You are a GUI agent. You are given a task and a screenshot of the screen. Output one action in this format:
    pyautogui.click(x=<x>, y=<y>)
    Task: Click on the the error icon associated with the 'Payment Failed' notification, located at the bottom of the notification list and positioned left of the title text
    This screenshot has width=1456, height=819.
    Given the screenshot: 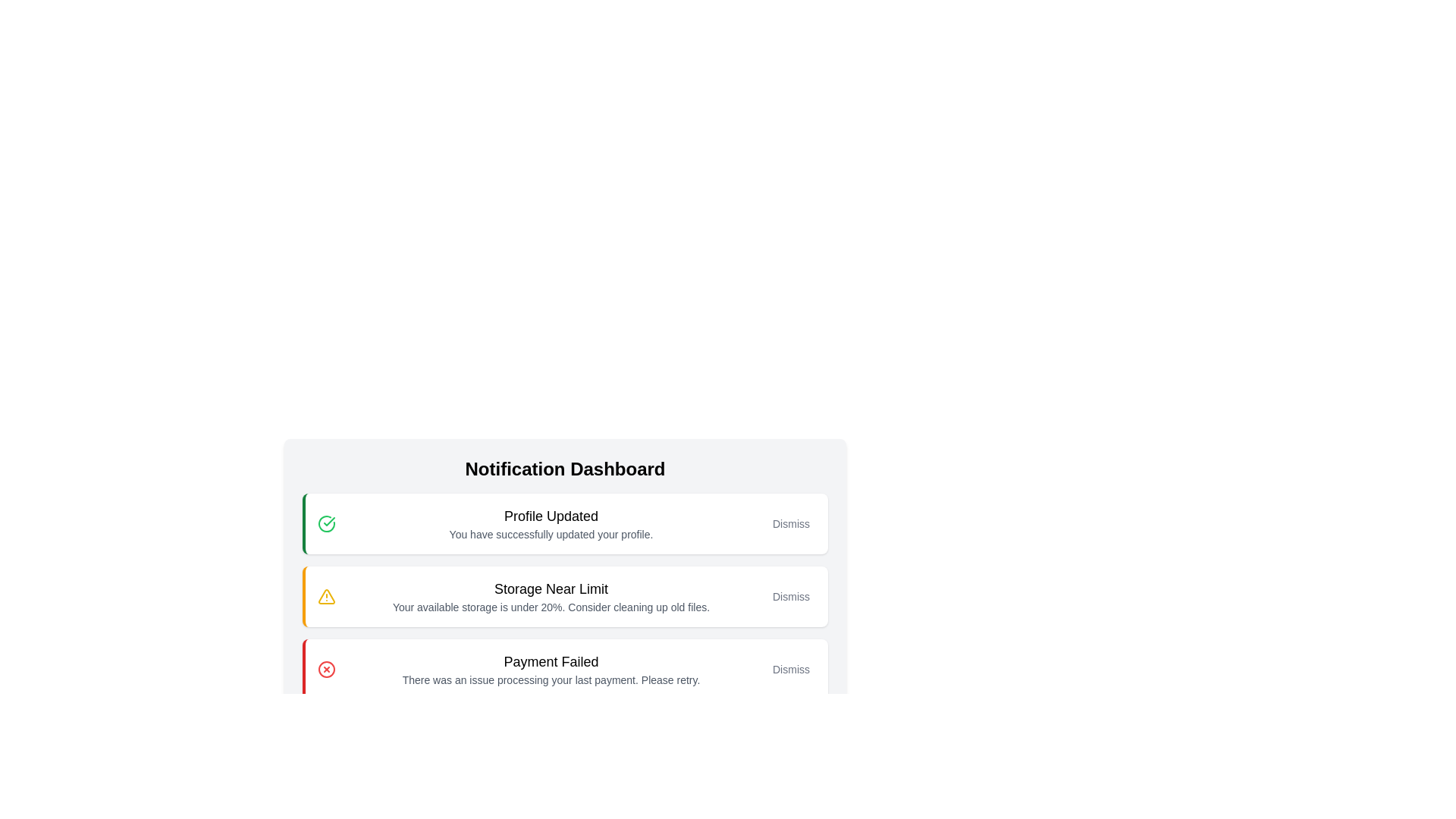 What is the action you would take?
    pyautogui.click(x=326, y=669)
    